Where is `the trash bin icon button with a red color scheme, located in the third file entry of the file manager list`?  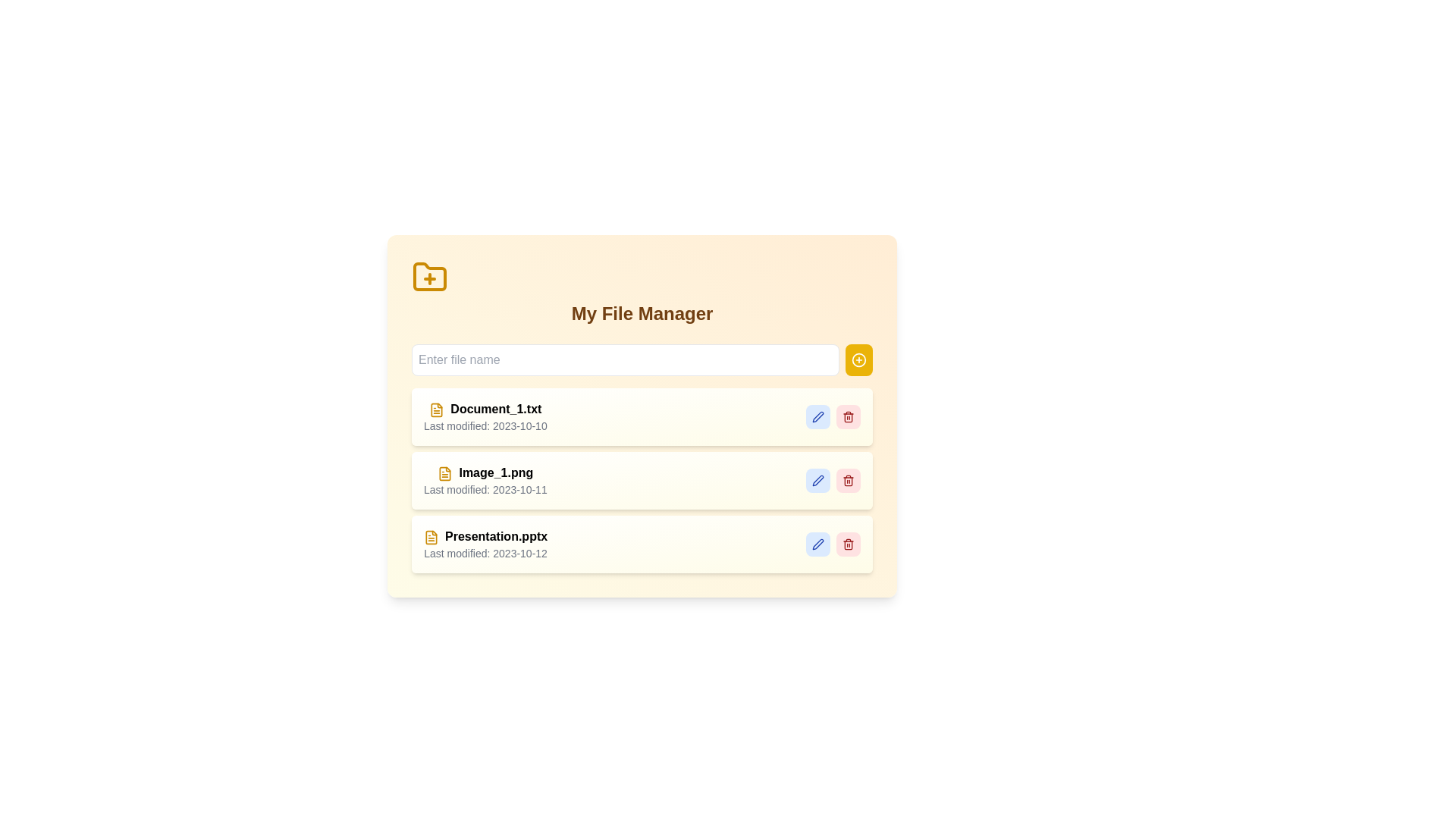 the trash bin icon button with a red color scheme, located in the third file entry of the file manager list is located at coordinates (847, 417).